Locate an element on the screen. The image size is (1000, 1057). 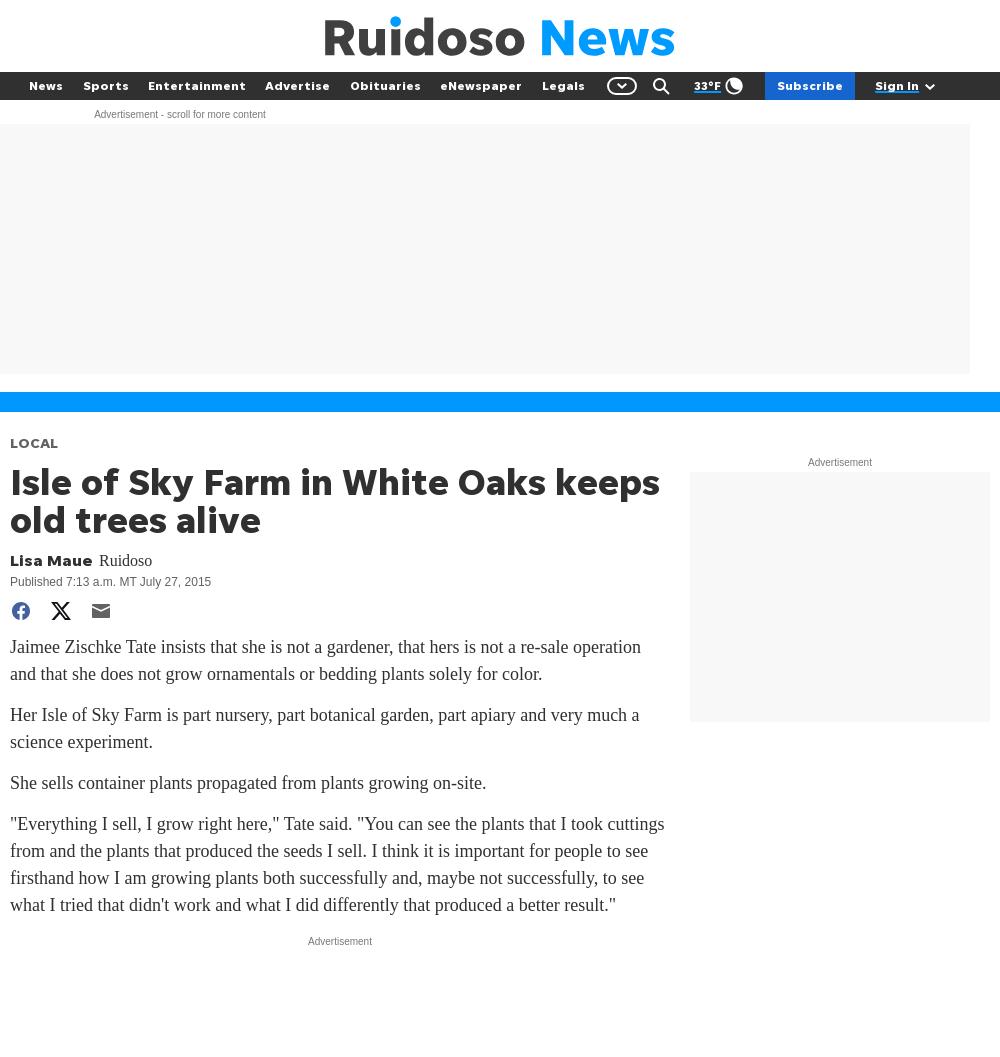
'Sports' is located at coordinates (104, 84).